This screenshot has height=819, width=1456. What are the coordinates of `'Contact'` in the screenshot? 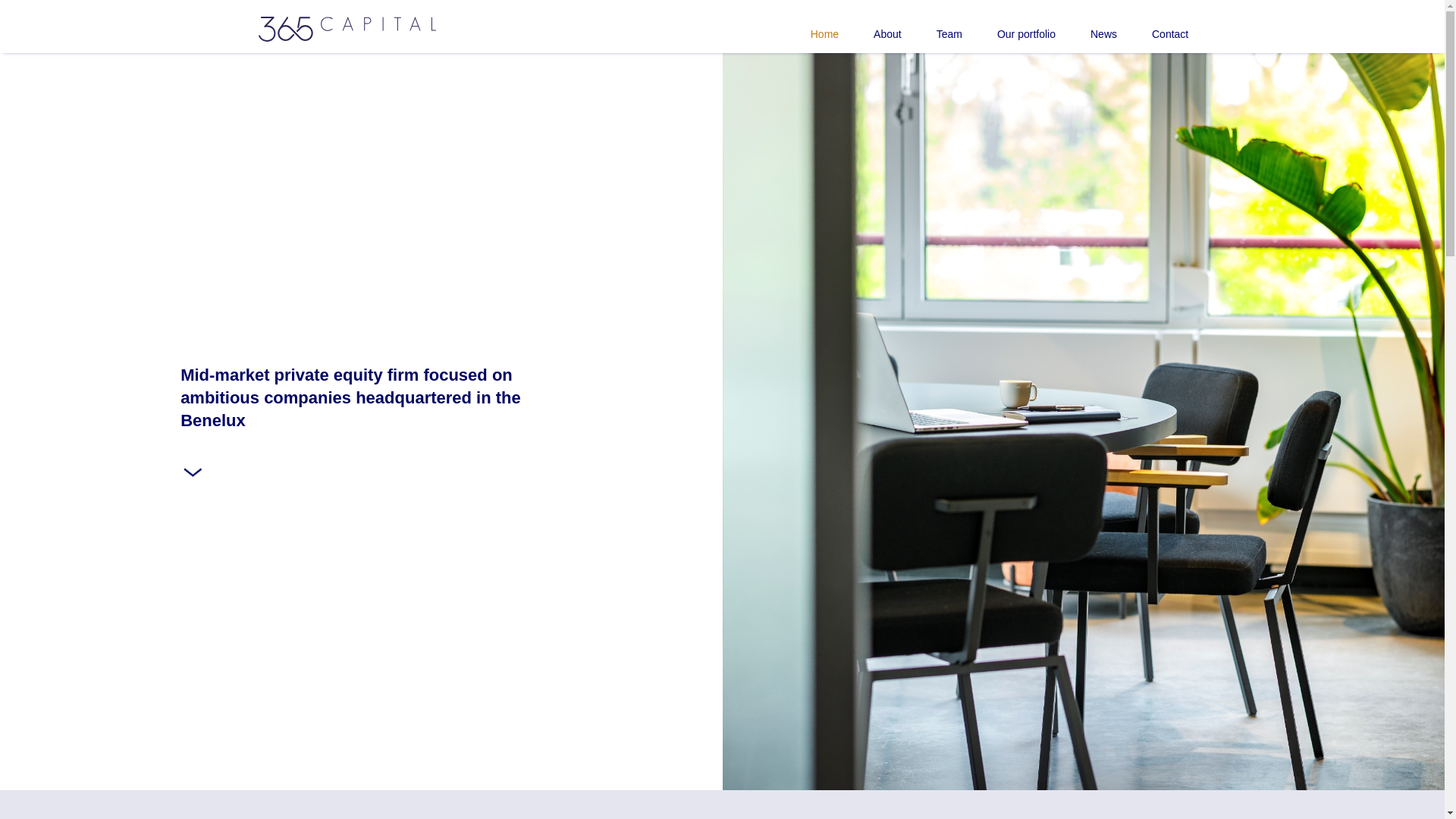 It's located at (1117, 26).